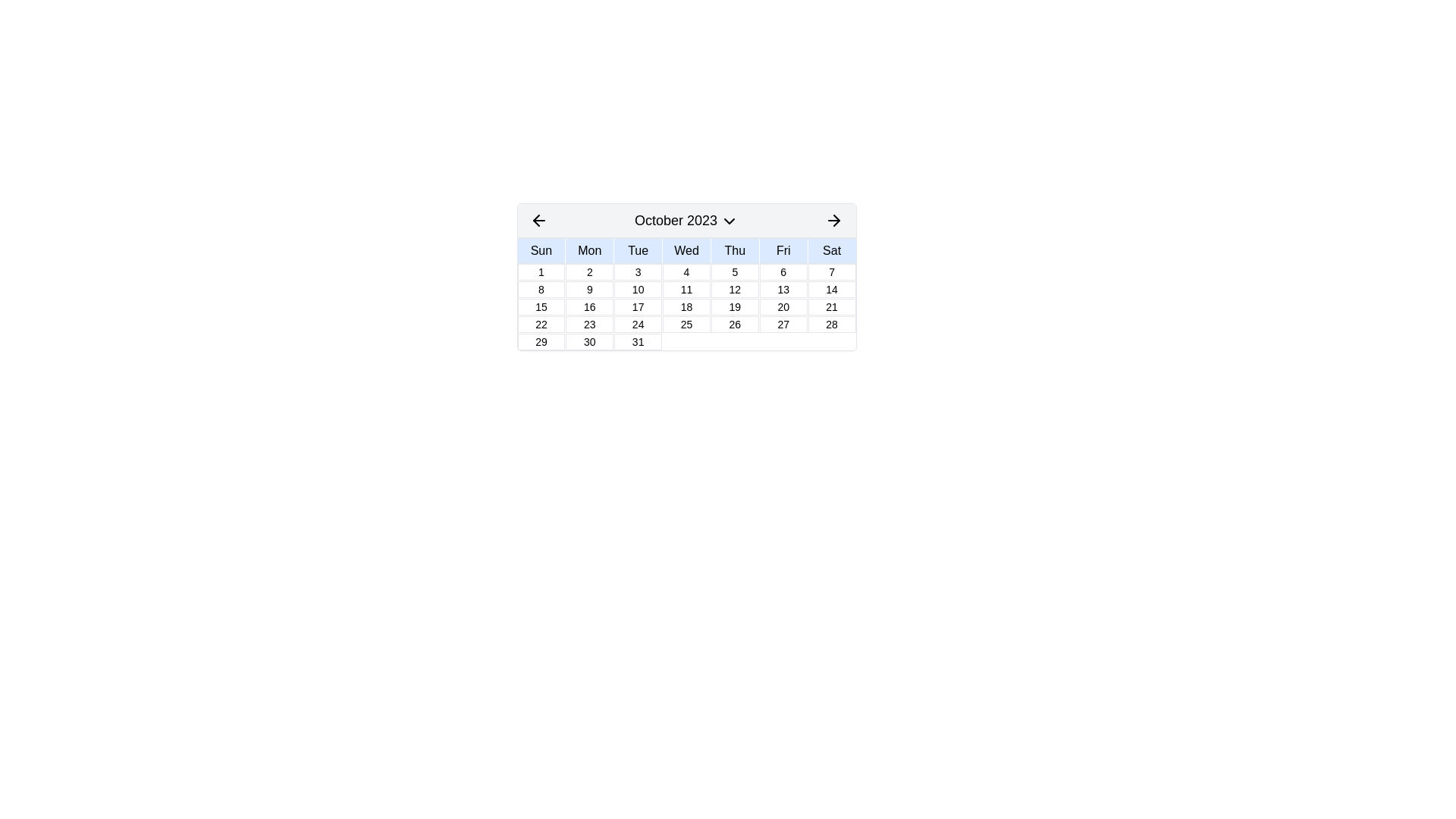 This screenshot has width=1456, height=819. I want to click on the calendar day '27' text label located in the last row and fifth column of the calendar grid, so click(783, 324).